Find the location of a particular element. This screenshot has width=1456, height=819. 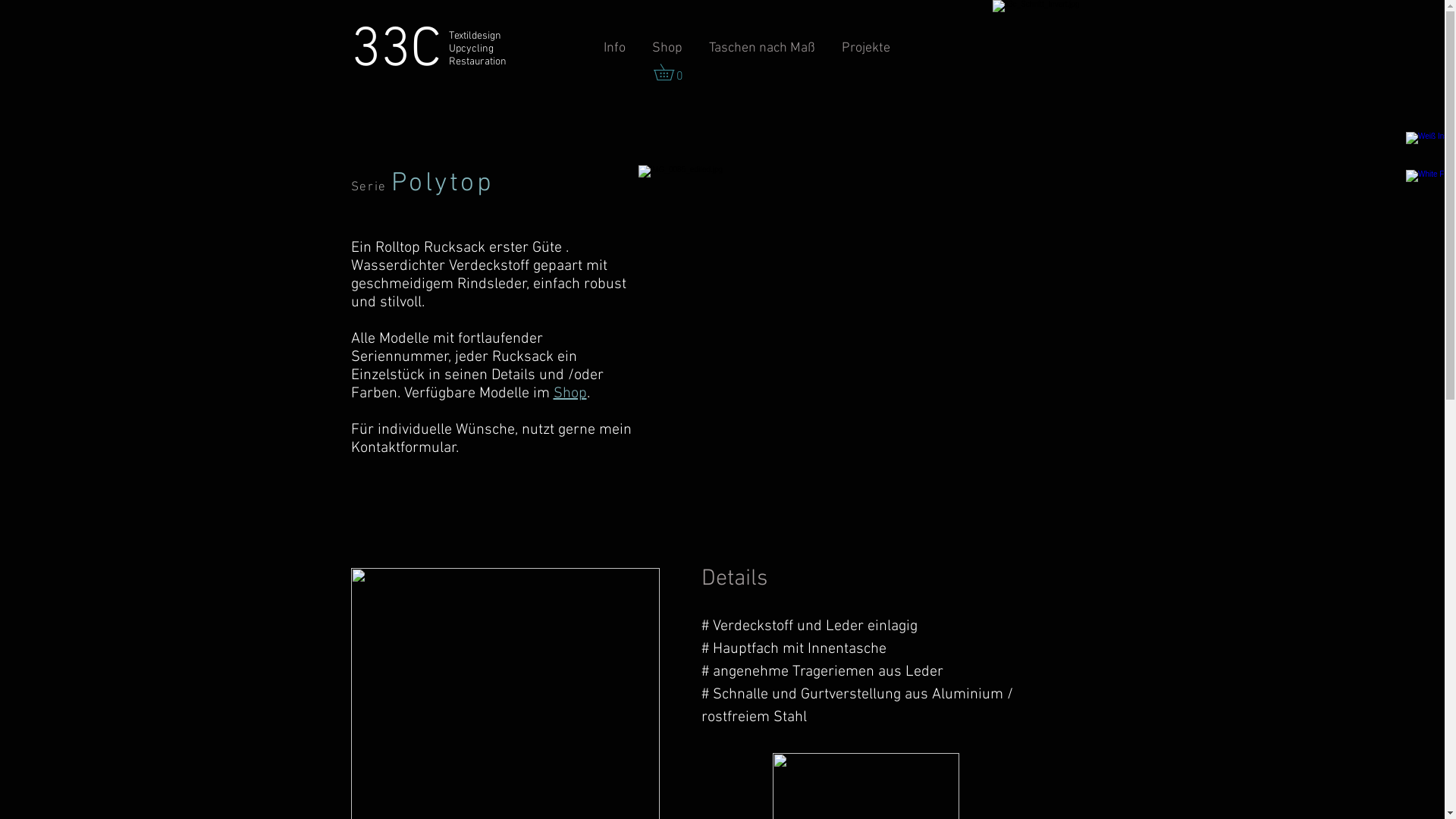

'IMG_0085.jpg' is located at coordinates (866, 335).